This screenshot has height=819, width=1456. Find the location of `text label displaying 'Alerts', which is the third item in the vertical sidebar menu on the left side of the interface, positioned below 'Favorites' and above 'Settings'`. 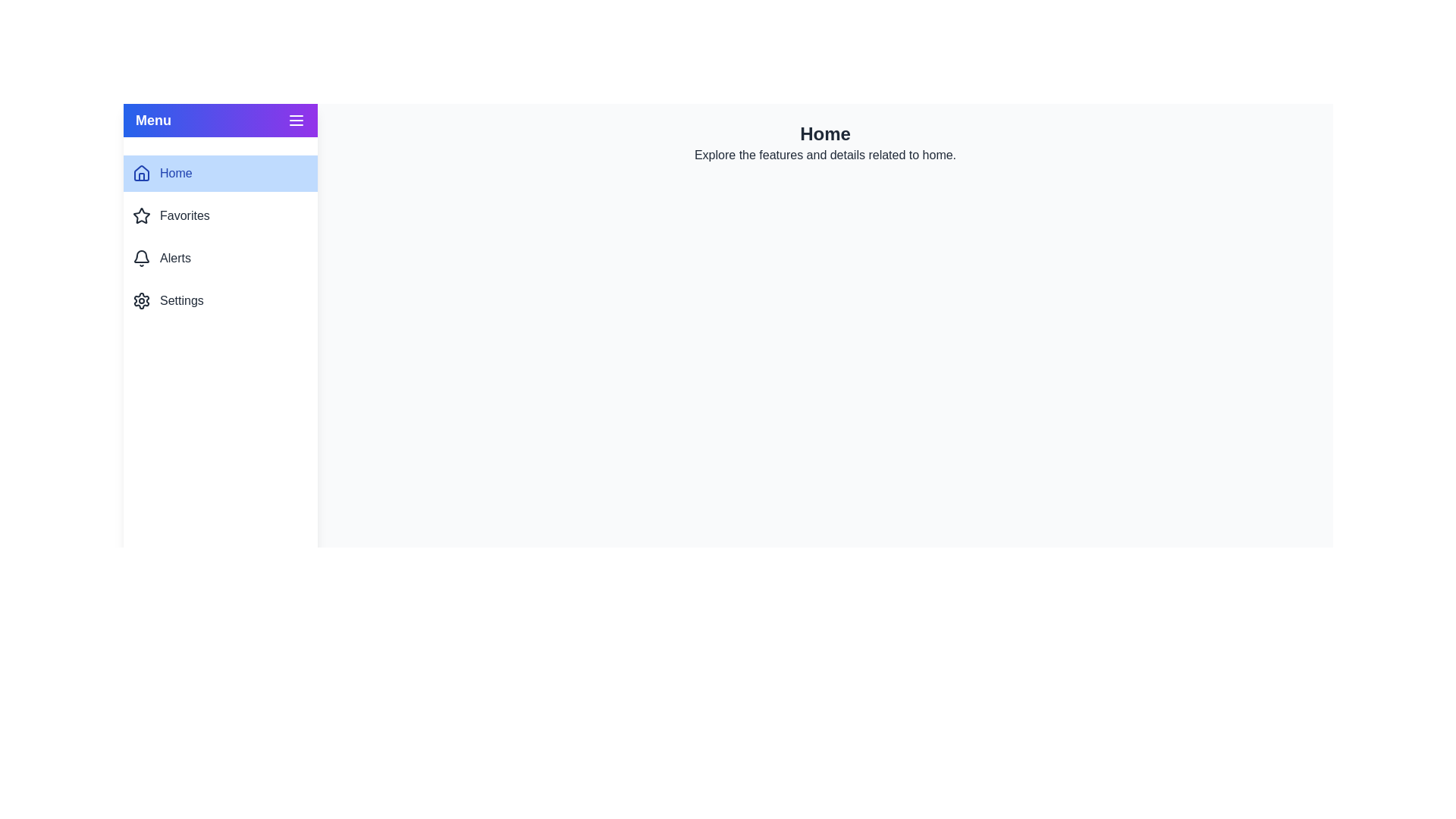

text label displaying 'Alerts', which is the third item in the vertical sidebar menu on the left side of the interface, positioned below 'Favorites' and above 'Settings' is located at coordinates (175, 257).